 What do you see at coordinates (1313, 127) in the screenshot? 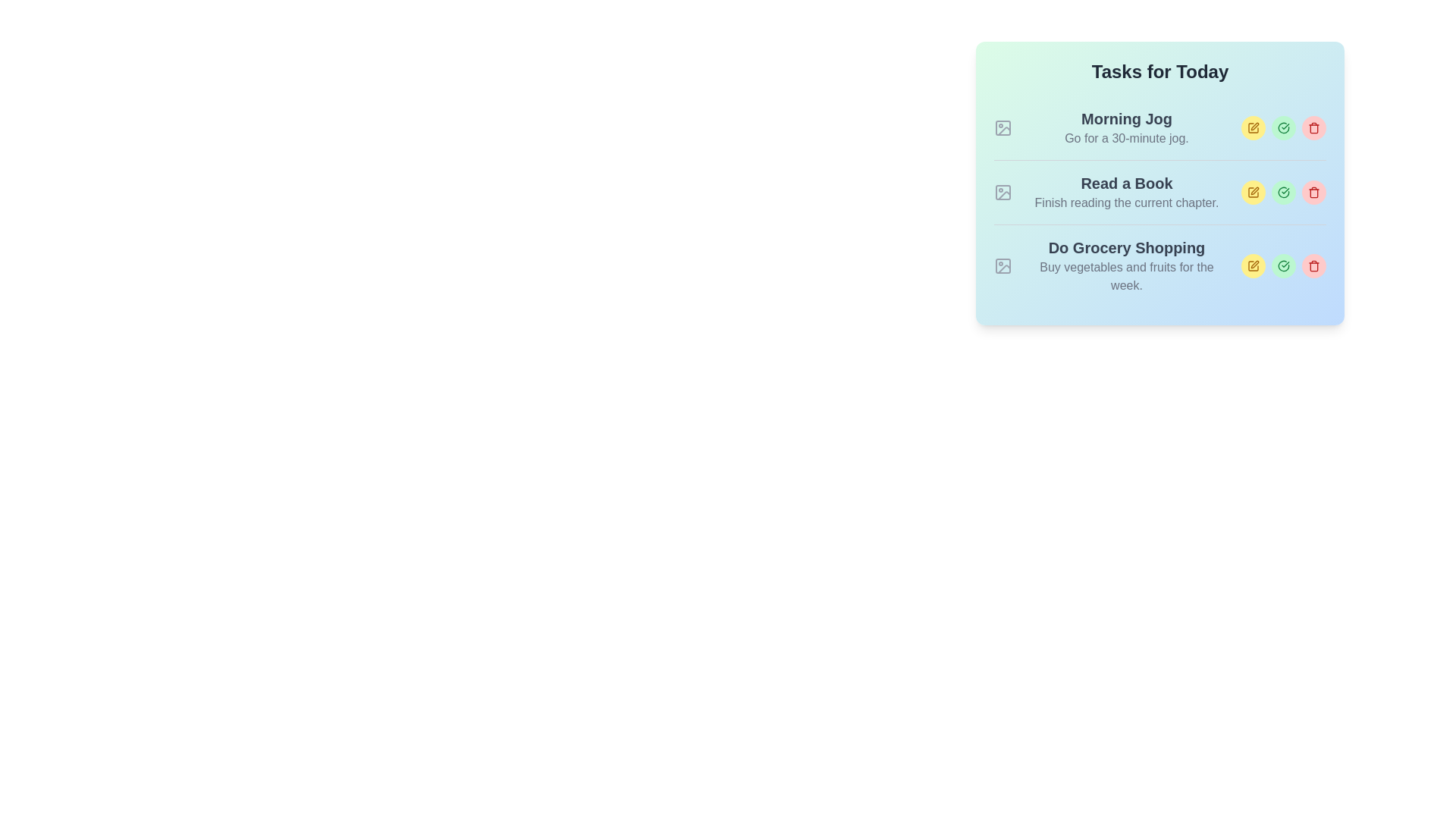
I see `the trash bin icon within the red circular button at the far right of the row for the 'Morning Jog' task` at bounding box center [1313, 127].